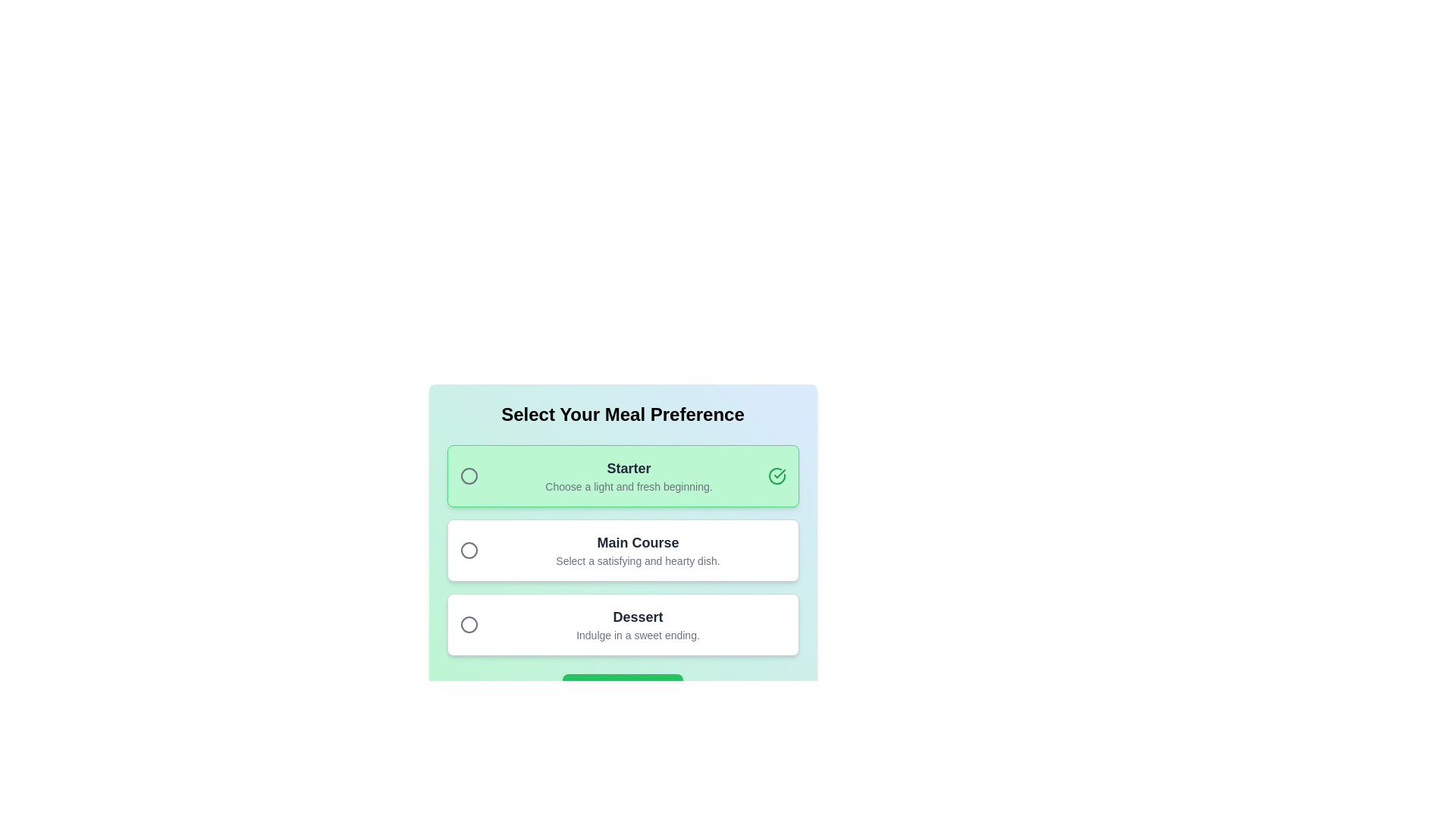 This screenshot has height=819, width=1456. What do you see at coordinates (623, 689) in the screenshot?
I see `the confirmation button located at the bottom of the 'Select Your Meal Preference' panel` at bounding box center [623, 689].